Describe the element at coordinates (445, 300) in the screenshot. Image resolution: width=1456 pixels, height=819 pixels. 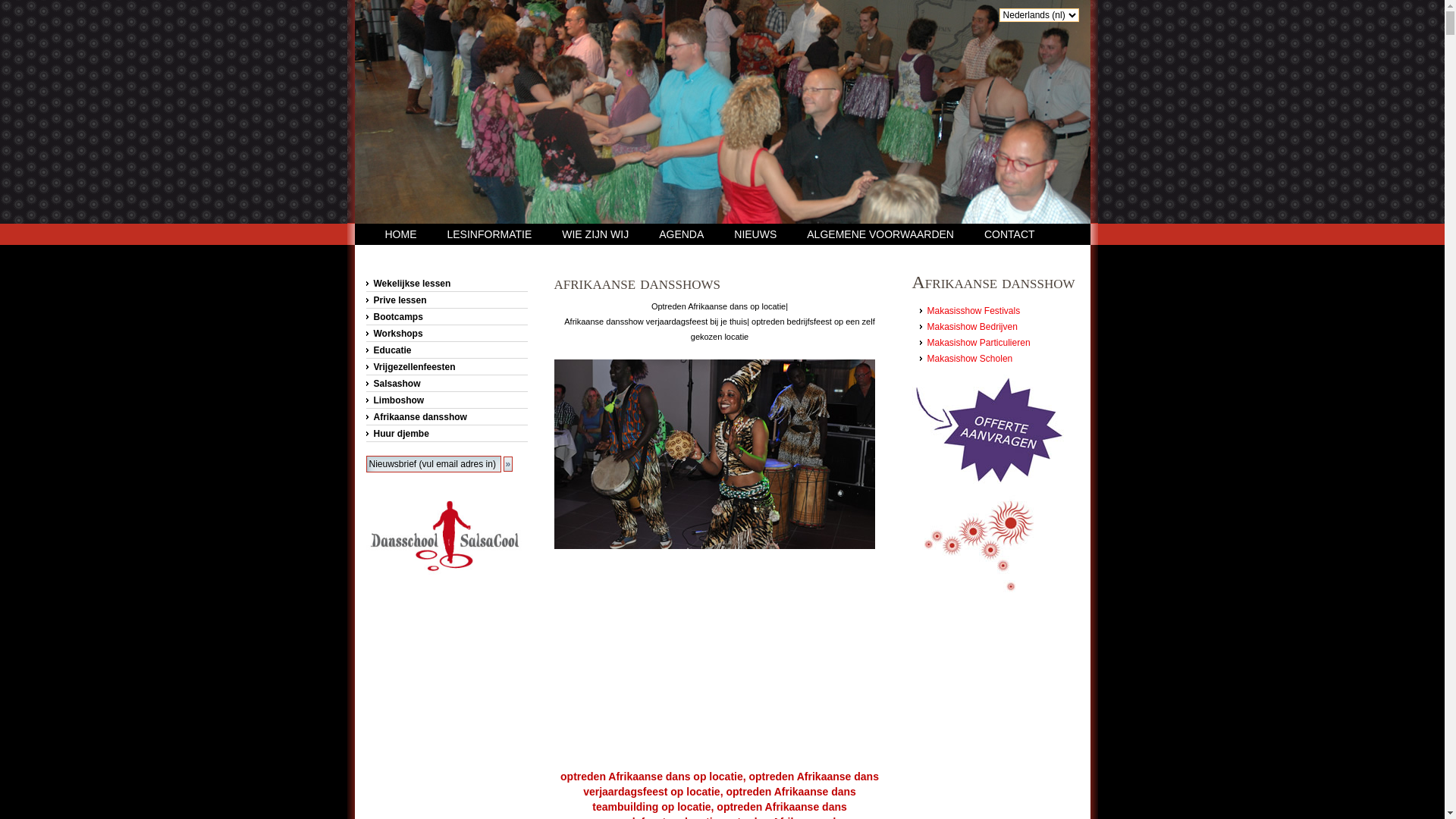
I see `'Prive lessen'` at that location.